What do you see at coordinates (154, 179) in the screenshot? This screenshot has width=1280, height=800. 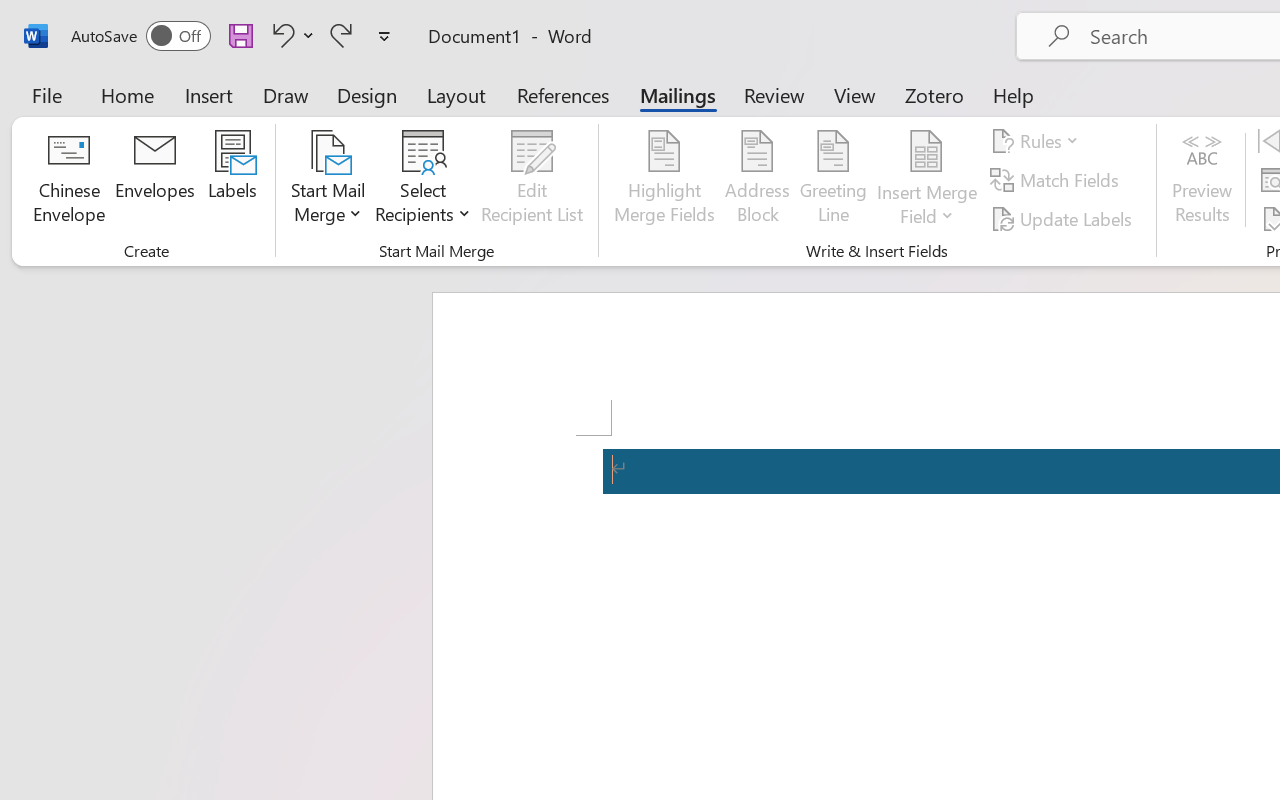 I see `'Envelopes...'` at bounding box center [154, 179].